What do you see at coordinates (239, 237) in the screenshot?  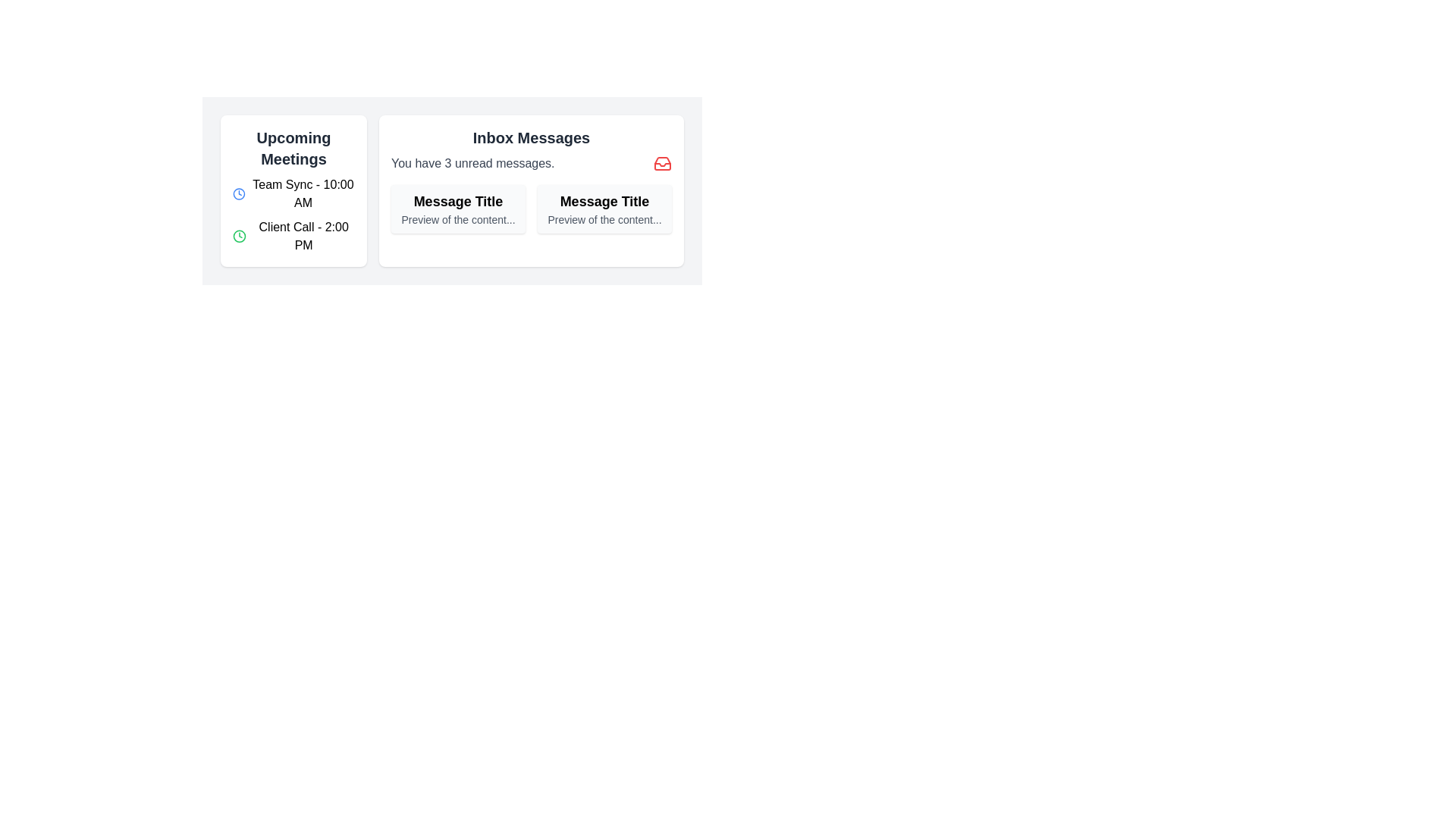 I see `the area surrounding the time-related indicator icon located to the left of the text 'Client Call - 2:00 PM' in the 'Upcoming Meetings' section for additional information` at bounding box center [239, 237].